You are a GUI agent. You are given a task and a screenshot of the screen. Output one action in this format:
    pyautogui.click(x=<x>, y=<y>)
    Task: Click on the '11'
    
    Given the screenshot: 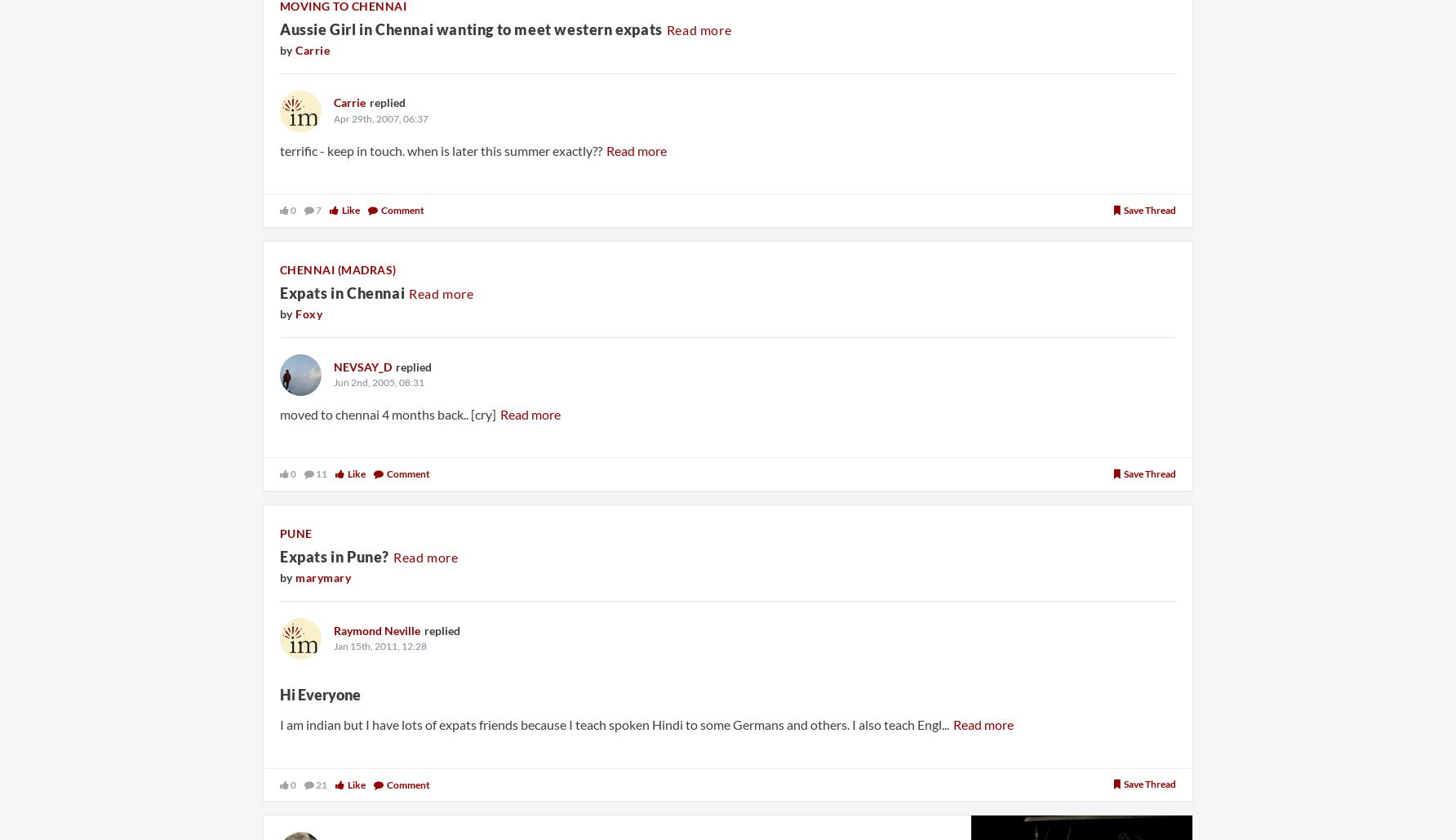 What is the action you would take?
    pyautogui.click(x=320, y=473)
    